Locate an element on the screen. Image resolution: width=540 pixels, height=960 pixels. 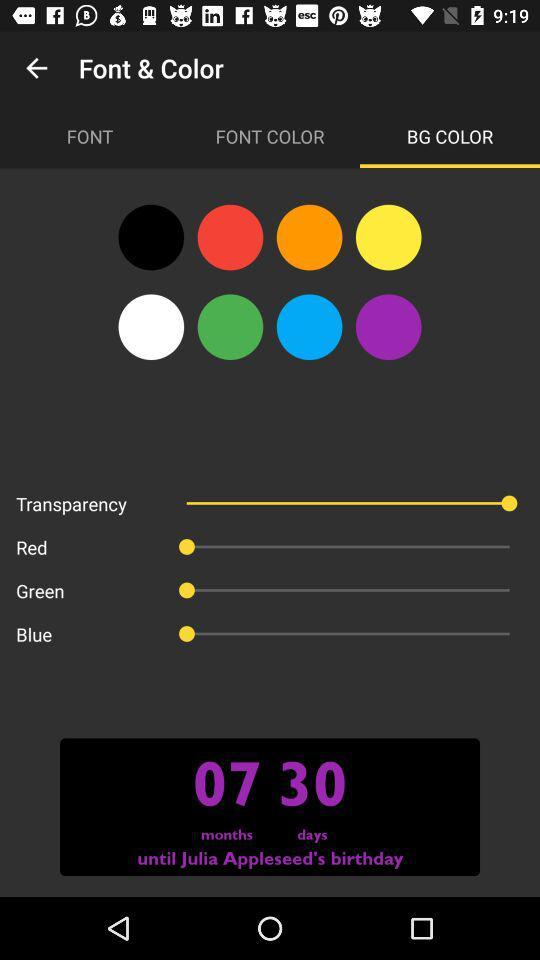
the item below font is located at coordinates (150, 237).